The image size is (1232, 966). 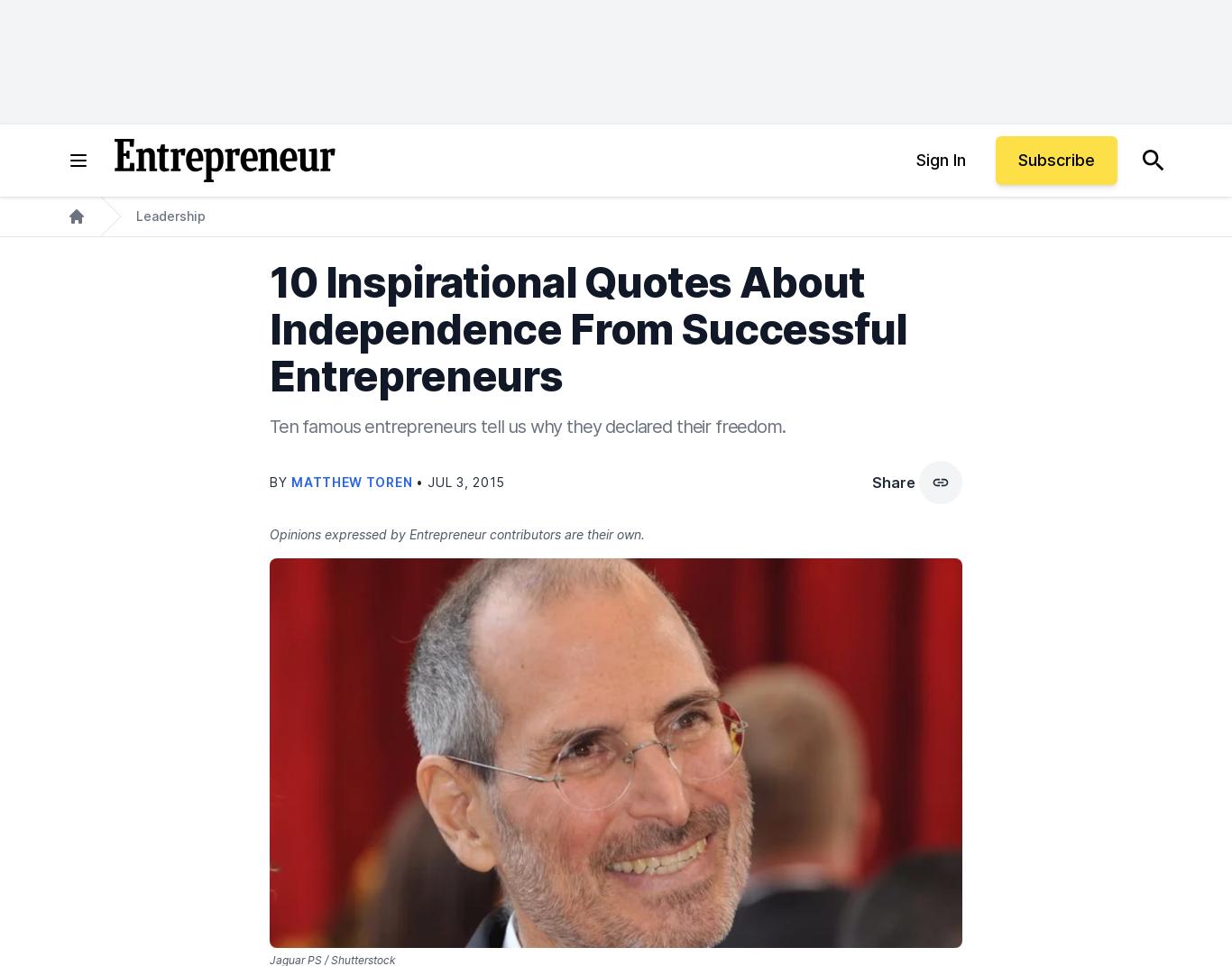 What do you see at coordinates (616, 428) in the screenshot?
I see `'They're Not Grateful for Stingy Vacation Policies — and the Breaking Point Is Near'` at bounding box center [616, 428].